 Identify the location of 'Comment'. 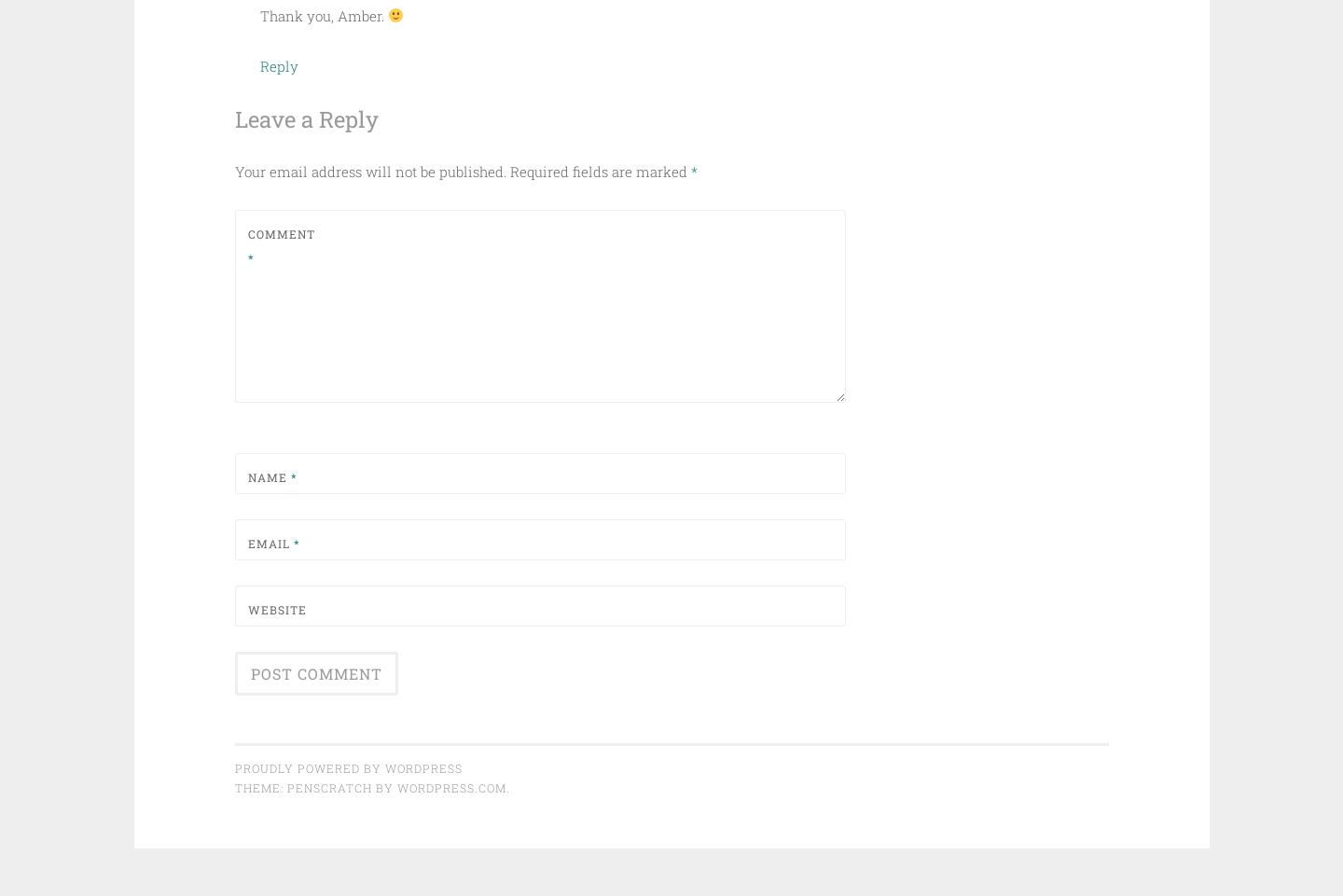
(279, 233).